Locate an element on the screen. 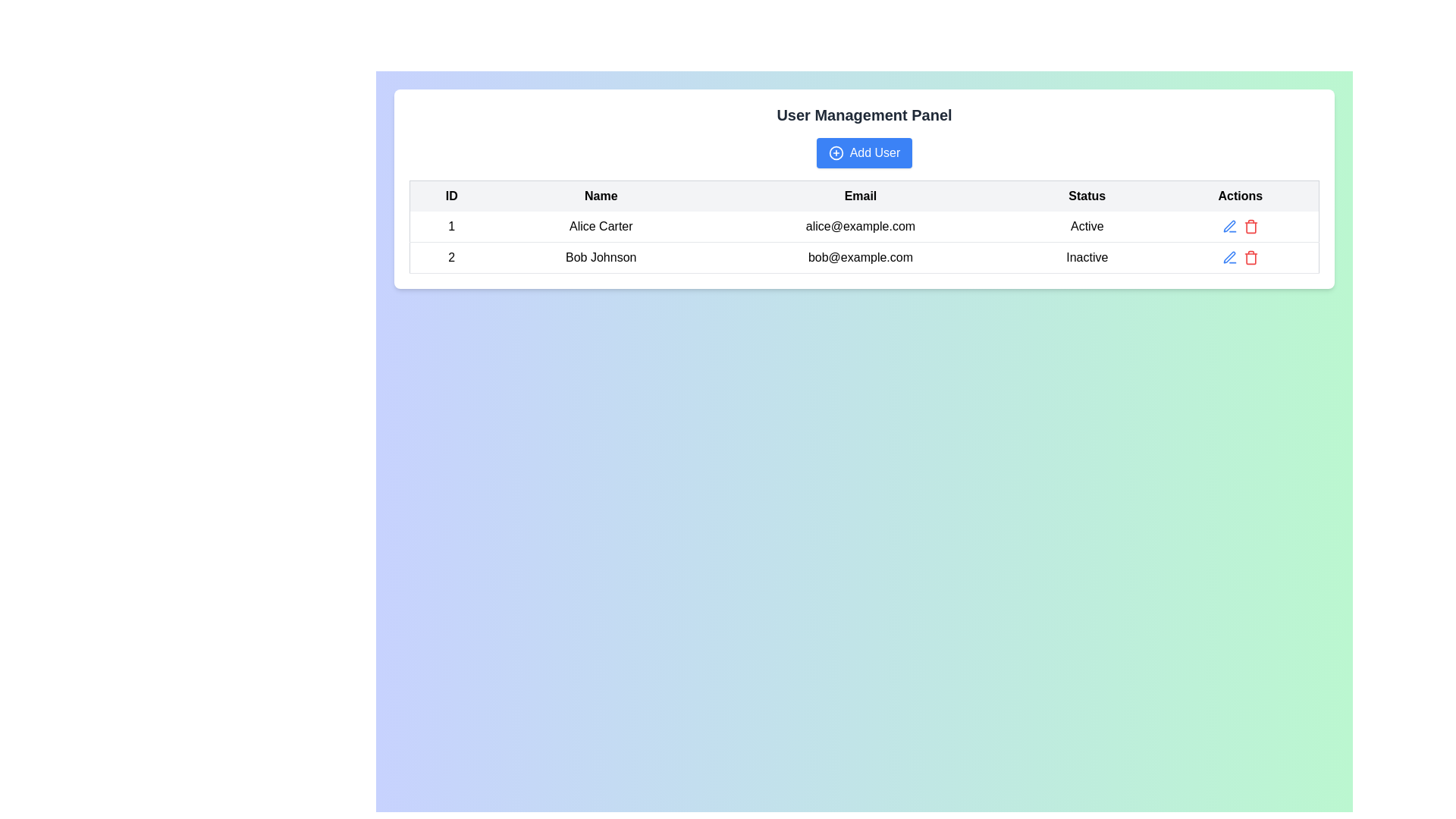 The image size is (1456, 819). the Text cell containing 'Bob Johnson' in the Name column of the table is located at coordinates (600, 256).